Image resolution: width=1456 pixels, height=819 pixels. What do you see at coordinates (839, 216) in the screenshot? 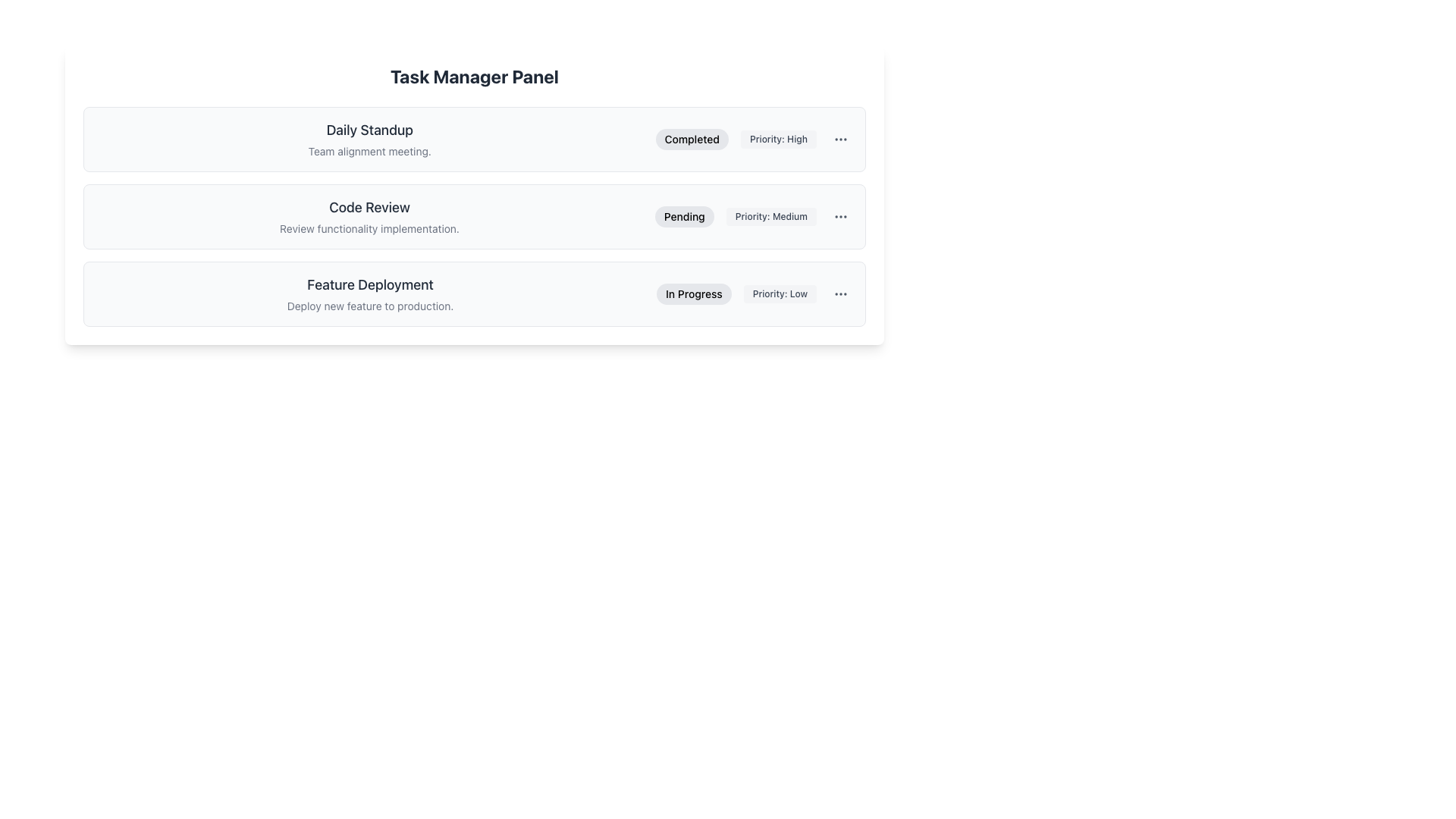
I see `the icon button with three horizontal dots located at the far-right end of the row labeled 'Pending' and 'Priority: Medium'` at bounding box center [839, 216].